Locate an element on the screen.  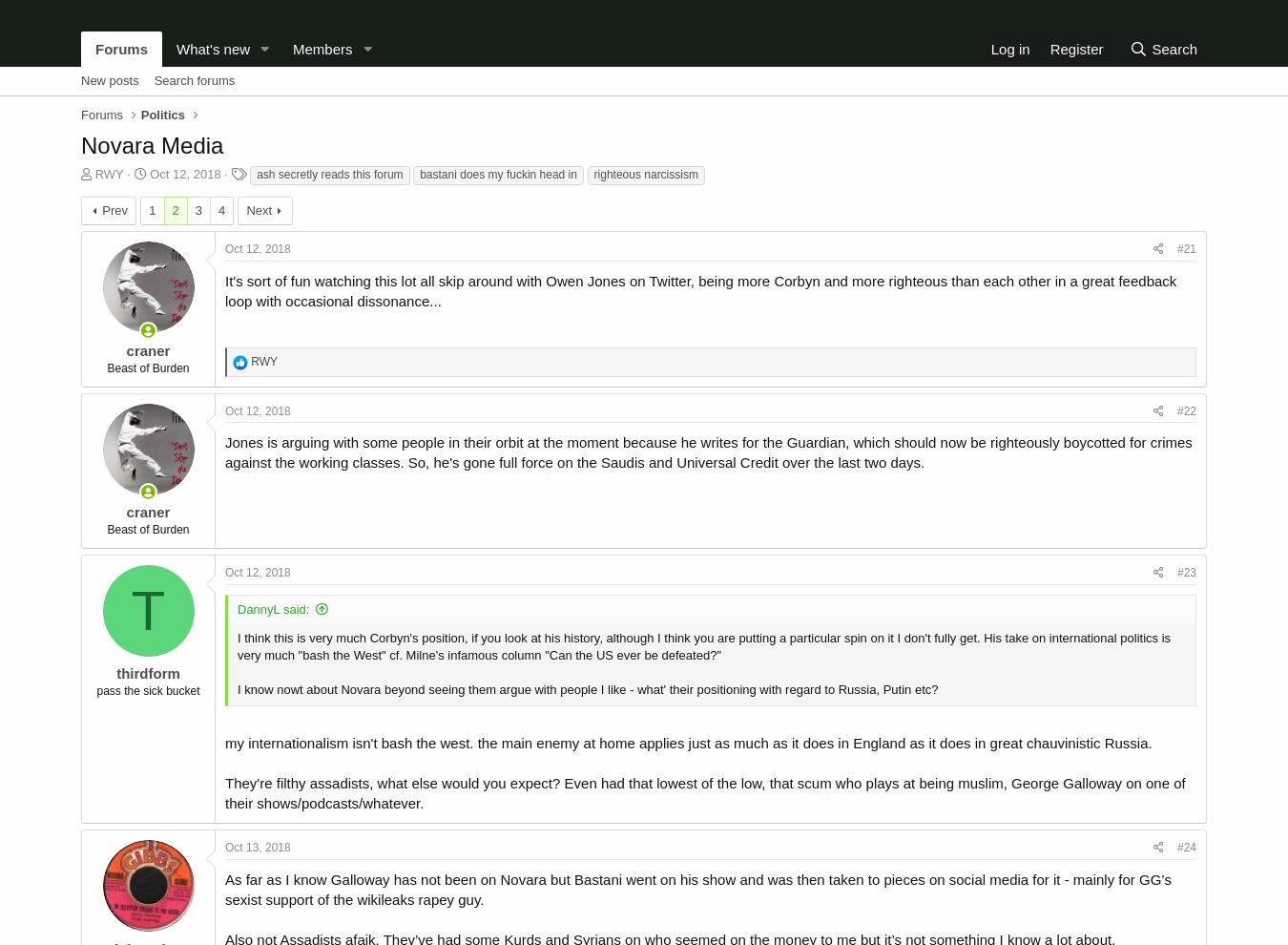
'#24' is located at coordinates (1186, 848).